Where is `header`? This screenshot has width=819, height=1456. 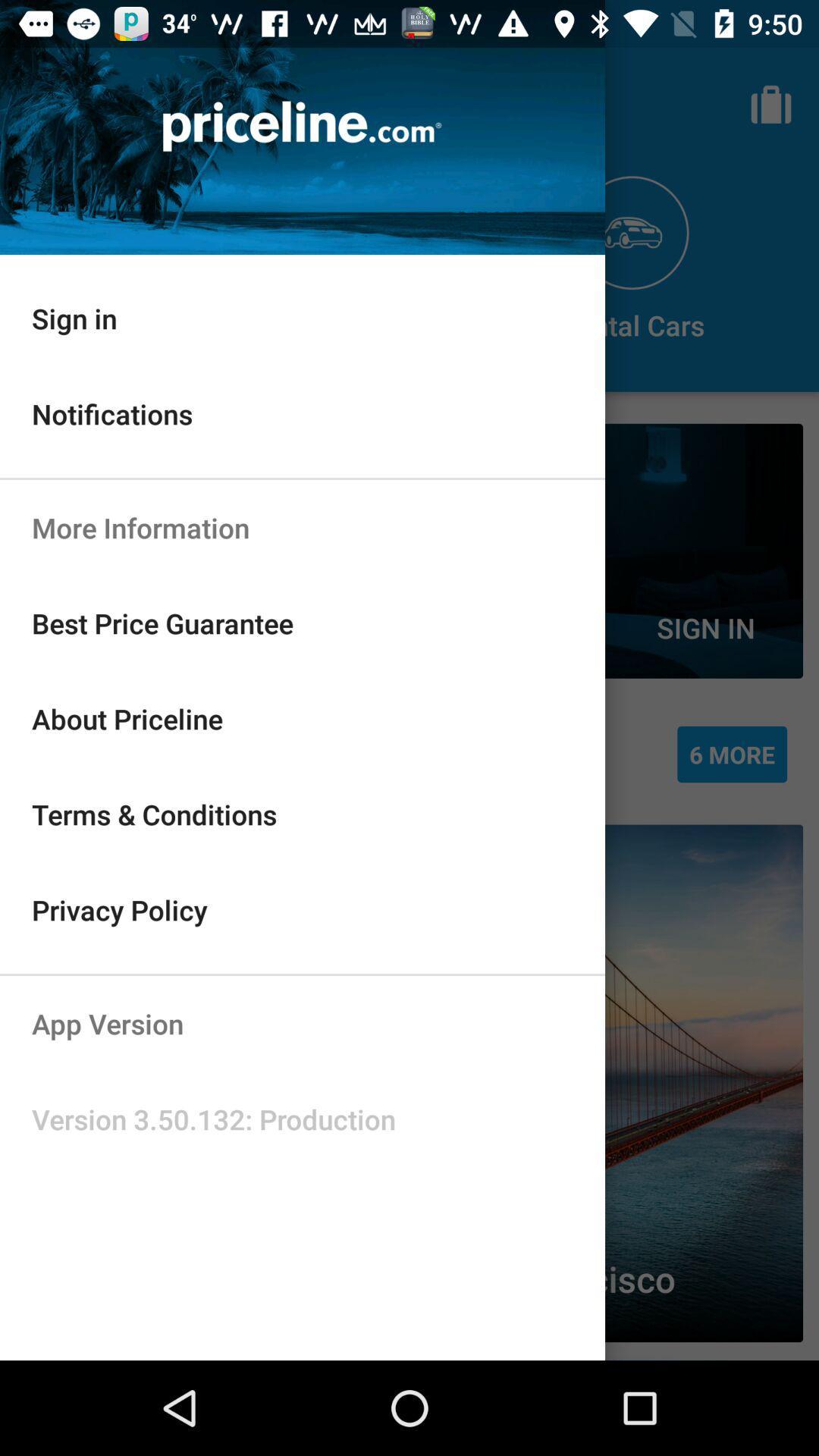
header is located at coordinates (302, 127).